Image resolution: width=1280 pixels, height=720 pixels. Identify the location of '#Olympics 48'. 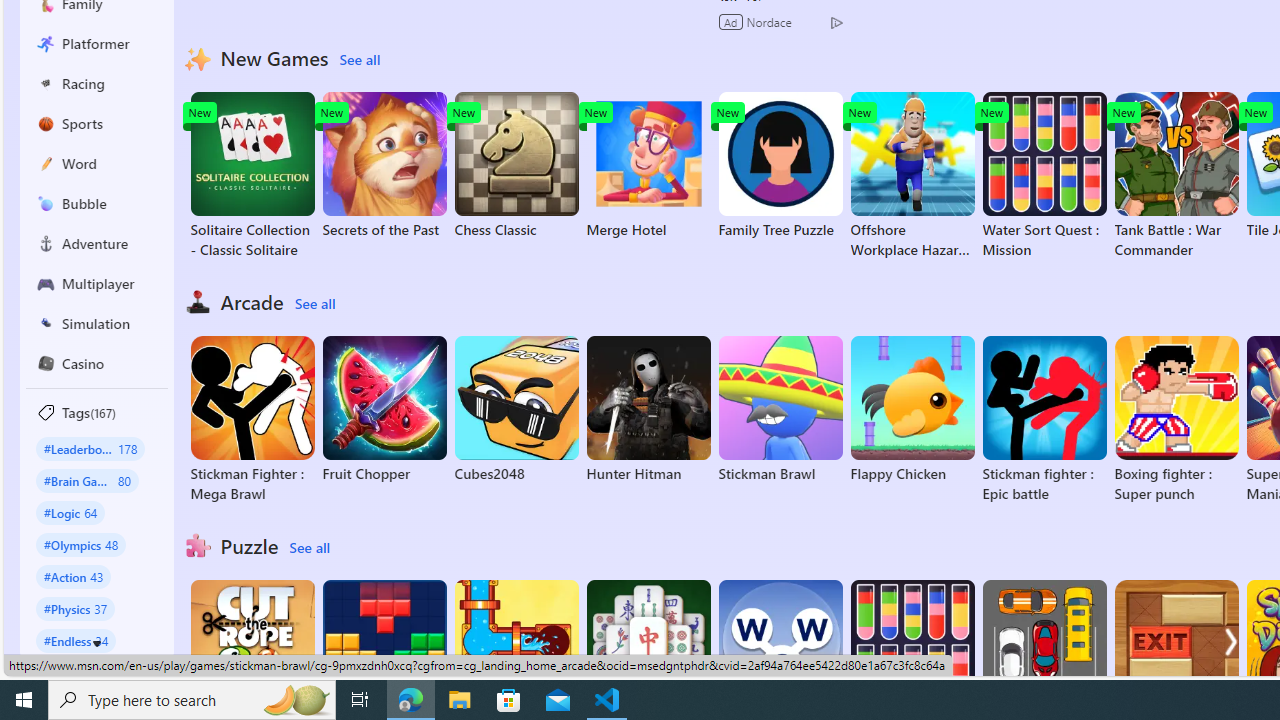
(80, 544).